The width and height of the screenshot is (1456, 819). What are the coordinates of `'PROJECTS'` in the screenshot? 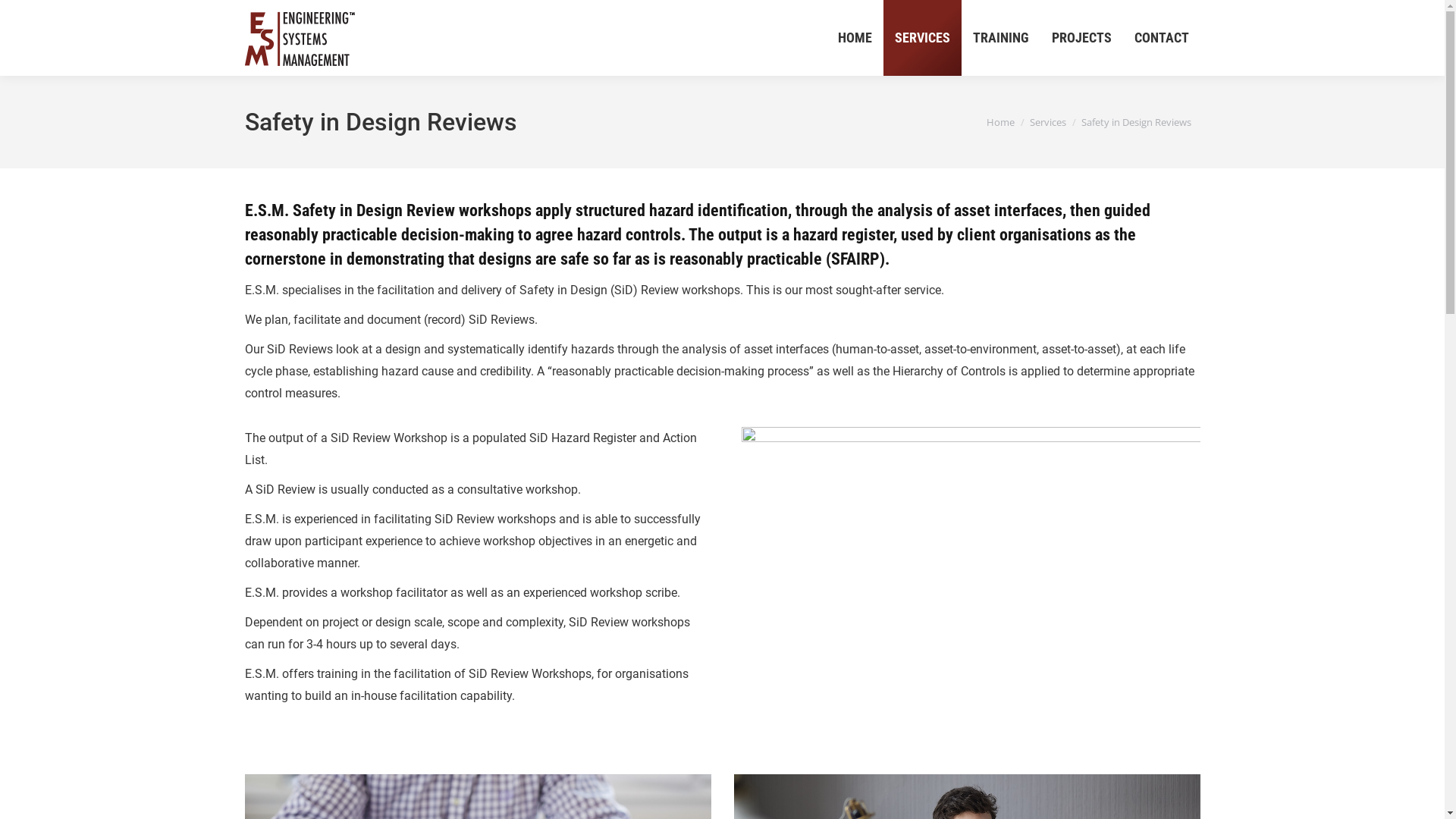 It's located at (1081, 37).